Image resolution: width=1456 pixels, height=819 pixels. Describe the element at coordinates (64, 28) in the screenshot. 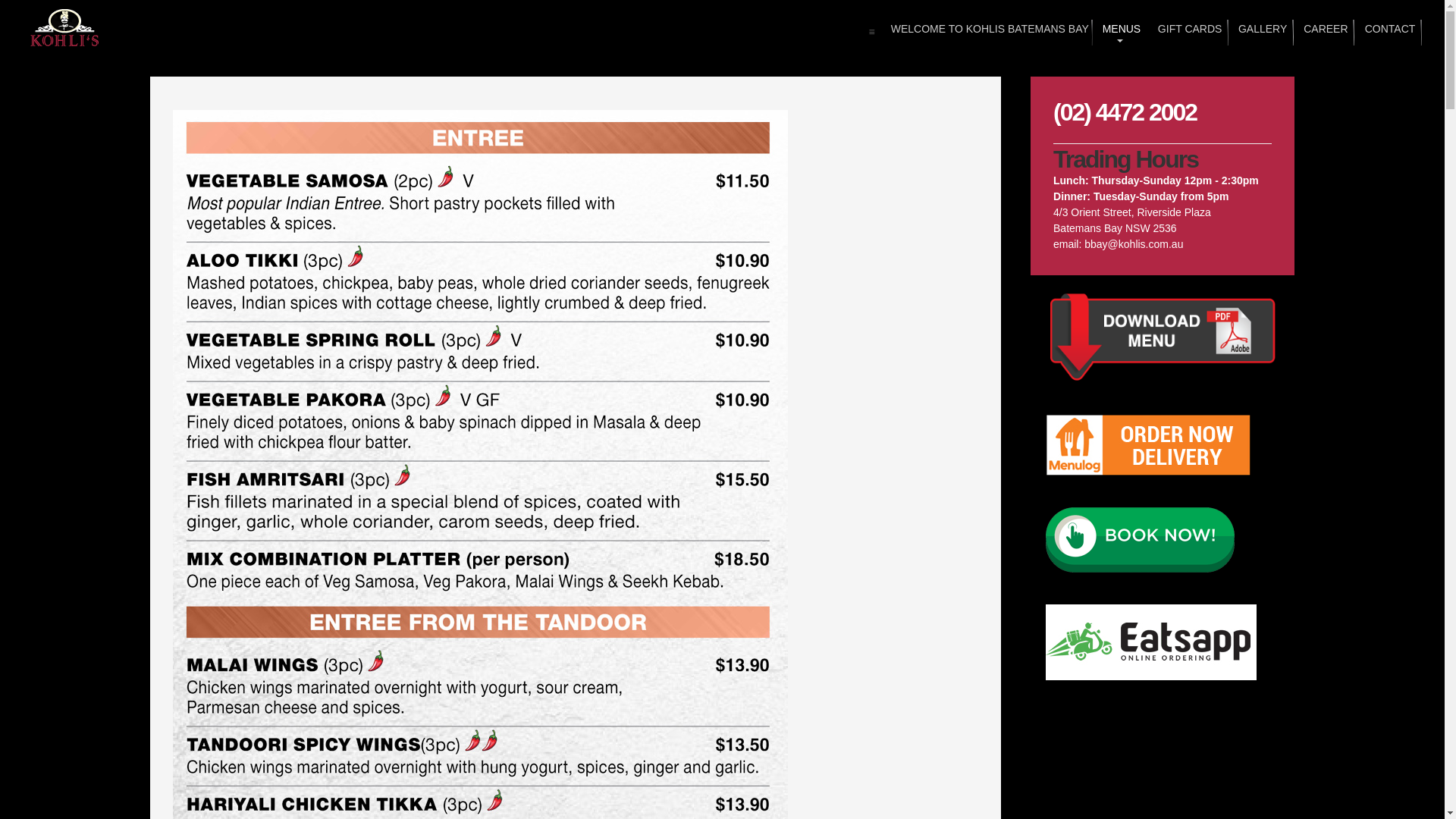

I see `'kohlis.com.au'` at that location.